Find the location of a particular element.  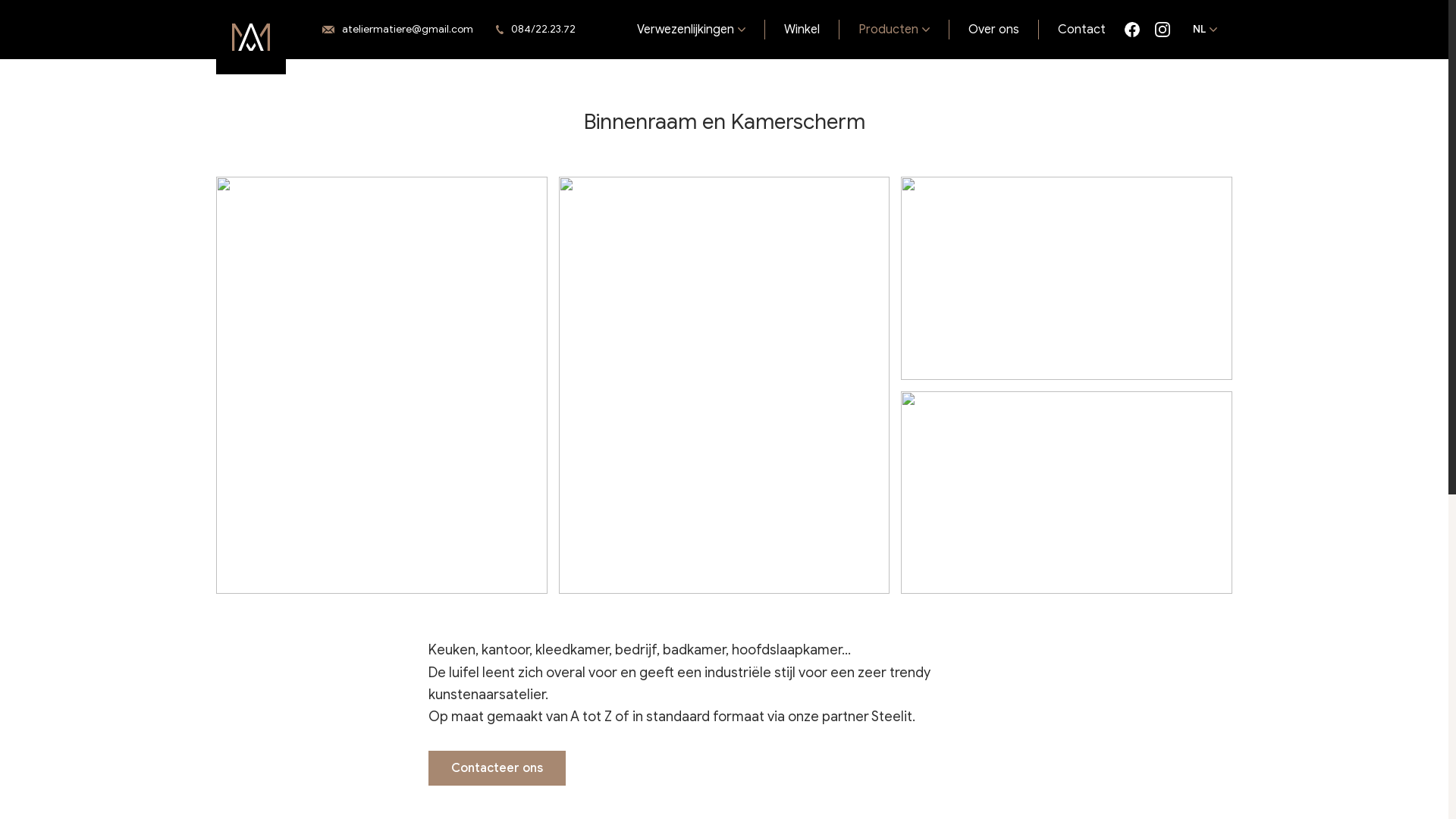

'Bel ons op is located at coordinates (539, 30).